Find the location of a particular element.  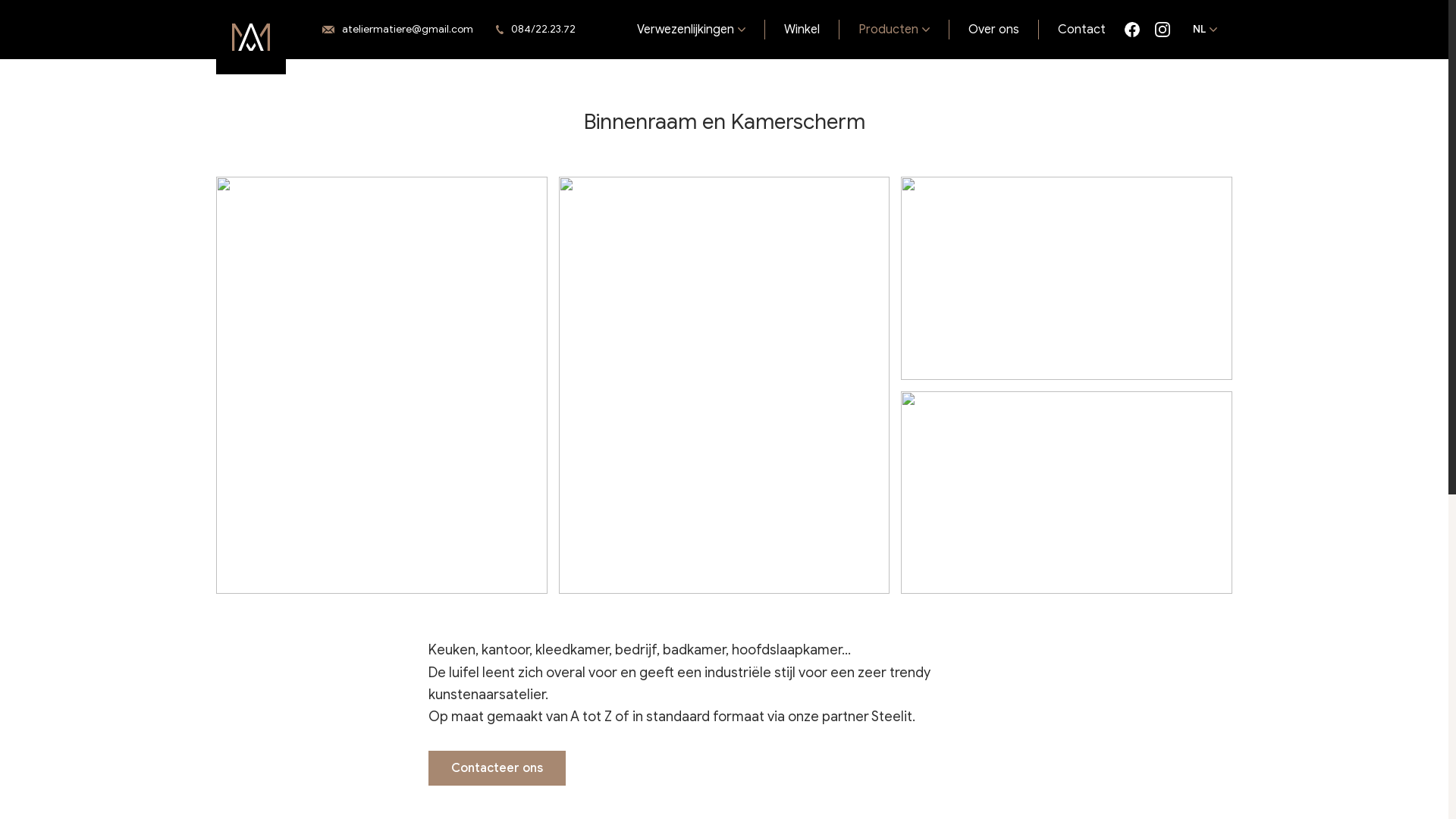

'Bel ons op is located at coordinates (539, 30).